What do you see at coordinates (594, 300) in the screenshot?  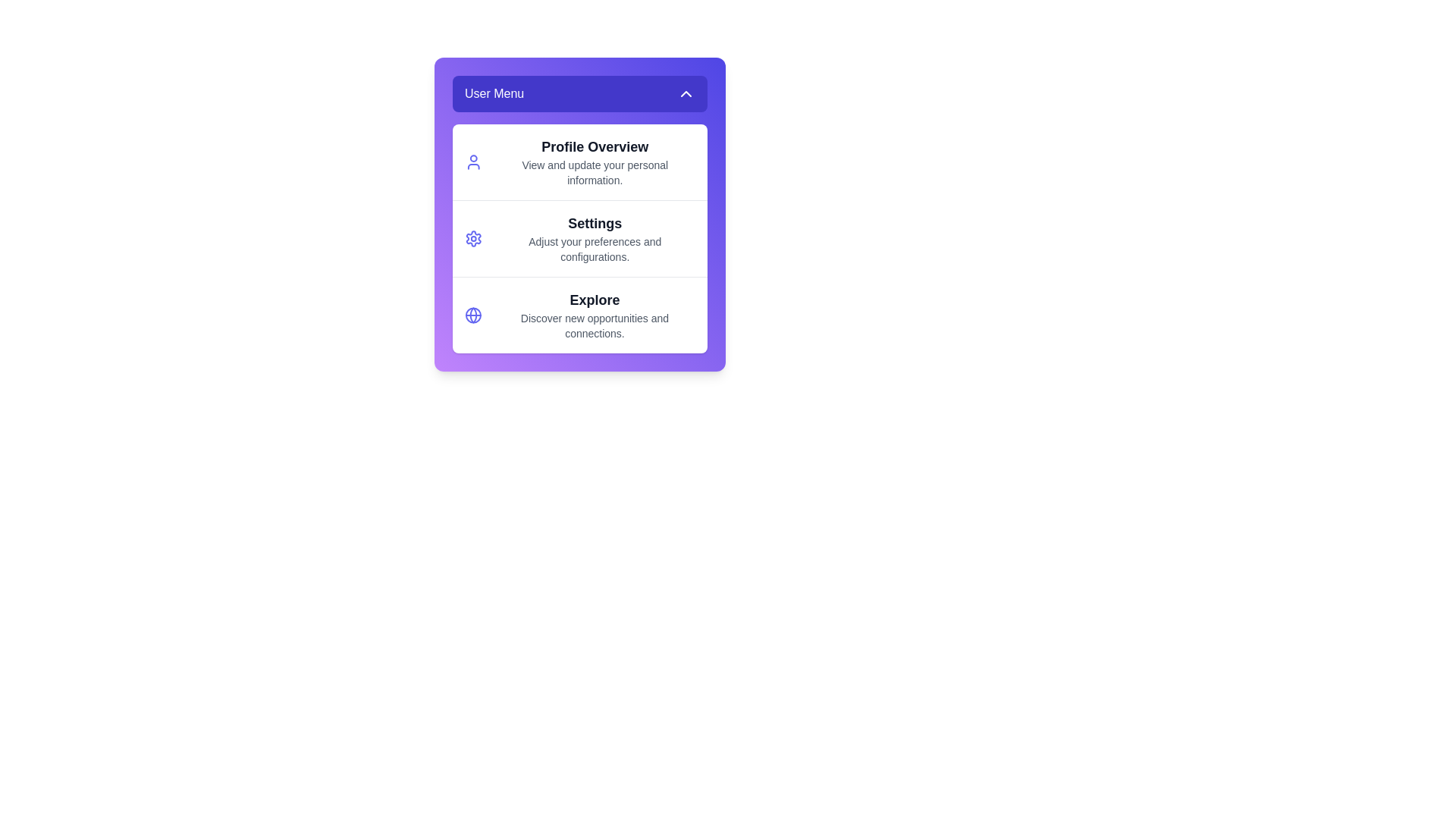 I see `the 'Explore' text label, which is a bold and larger font, located in the middle section of a purple-framed user menu, positioned below the 'Settings' label` at bounding box center [594, 300].